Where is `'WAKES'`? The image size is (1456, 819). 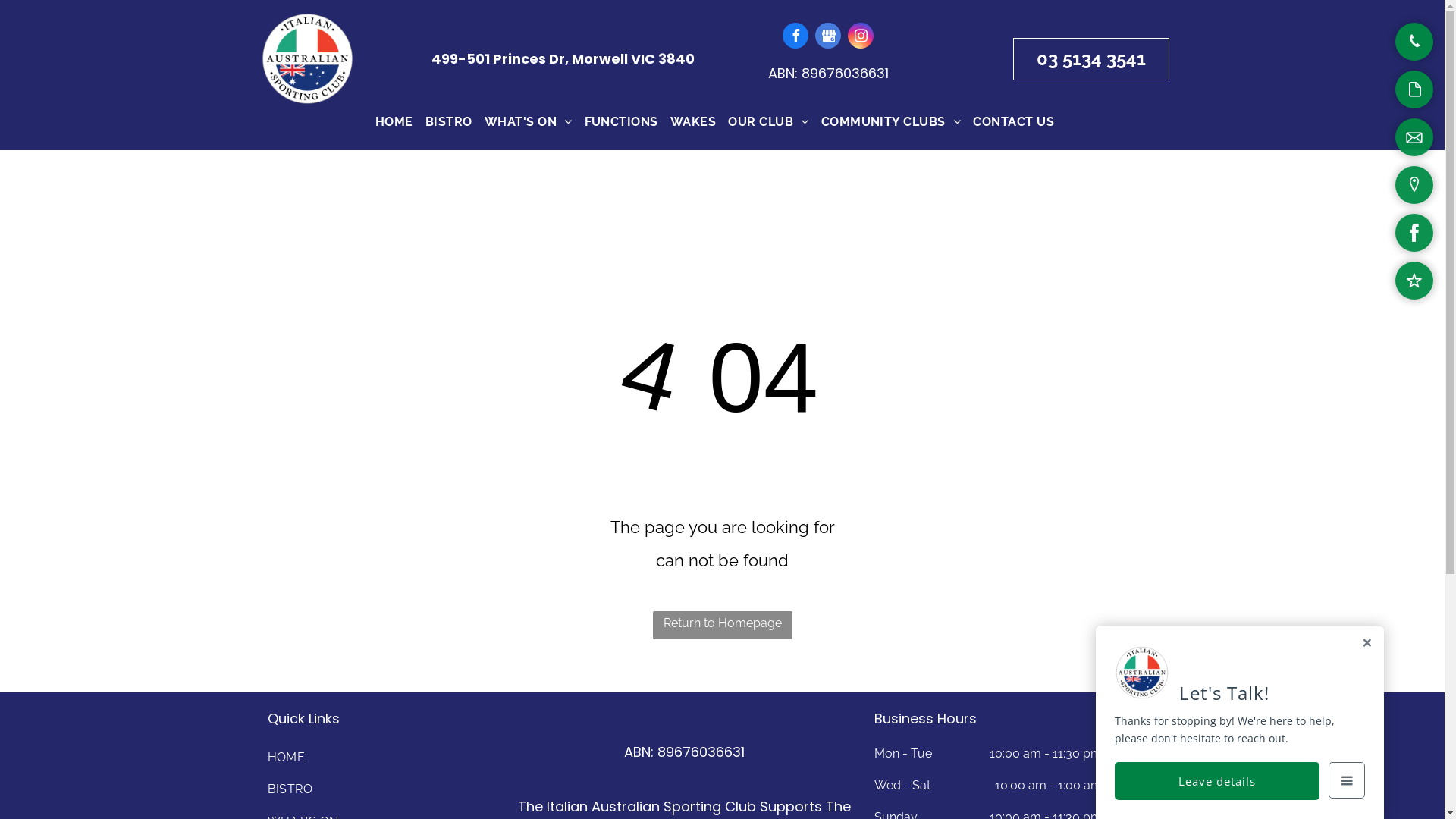 'WAKES' is located at coordinates (692, 121).